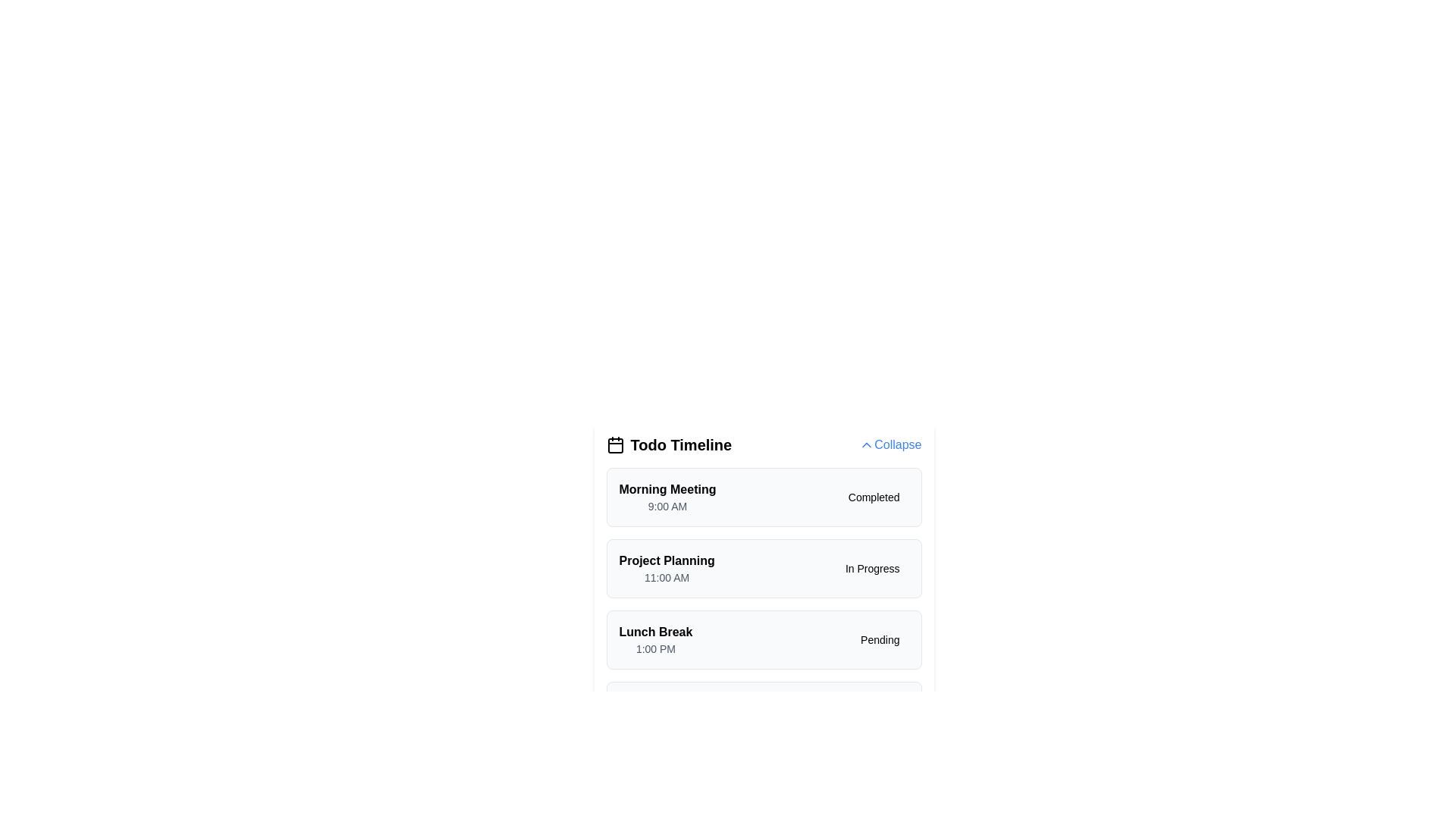  Describe the element at coordinates (667, 489) in the screenshot. I see `the text label displaying 'Morning Meeting', which is the first entry in the 'Todo Timeline' section` at that location.